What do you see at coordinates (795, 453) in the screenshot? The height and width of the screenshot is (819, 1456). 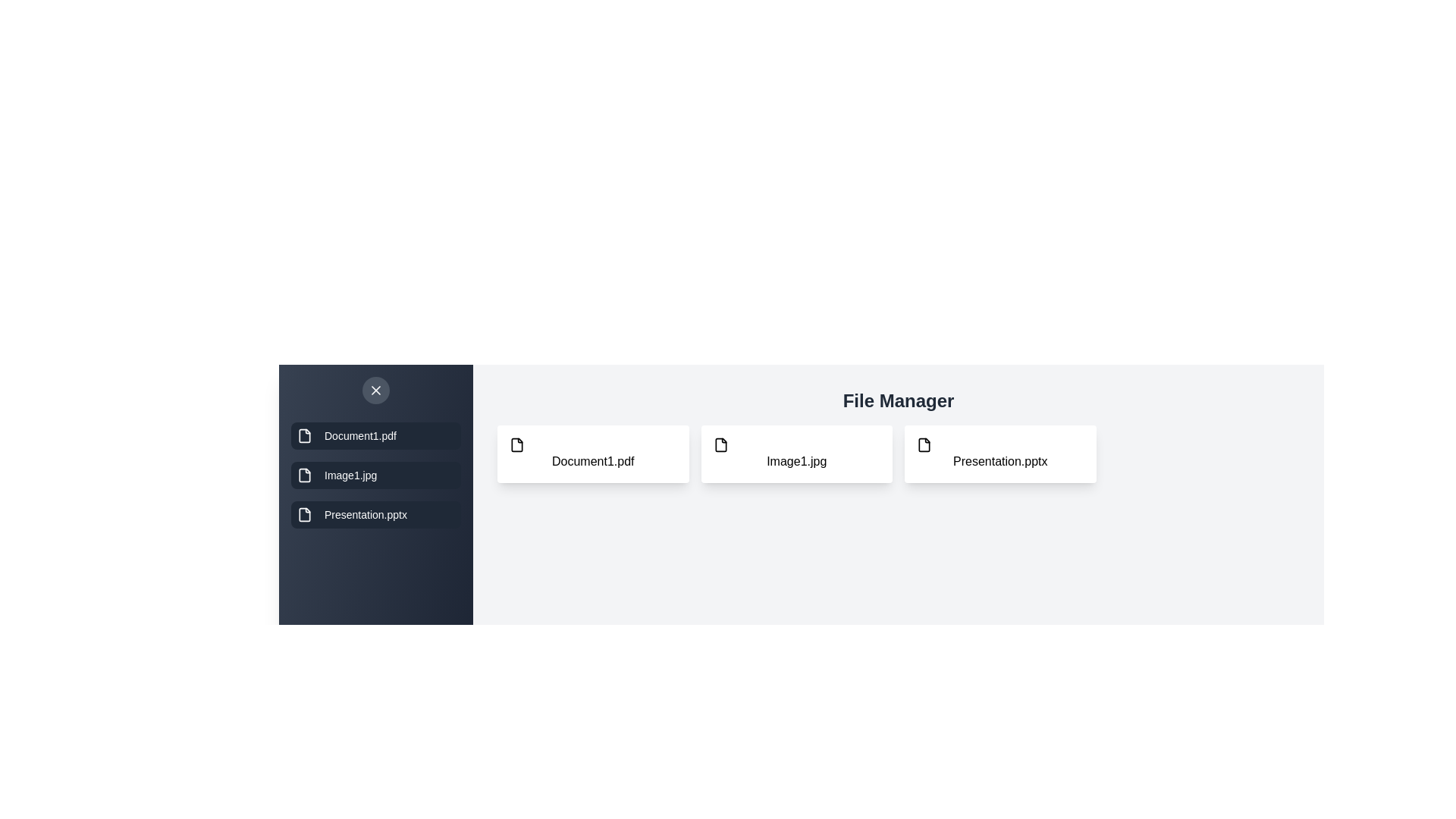 I see `the file Image1.jpg in the main grid` at bounding box center [795, 453].